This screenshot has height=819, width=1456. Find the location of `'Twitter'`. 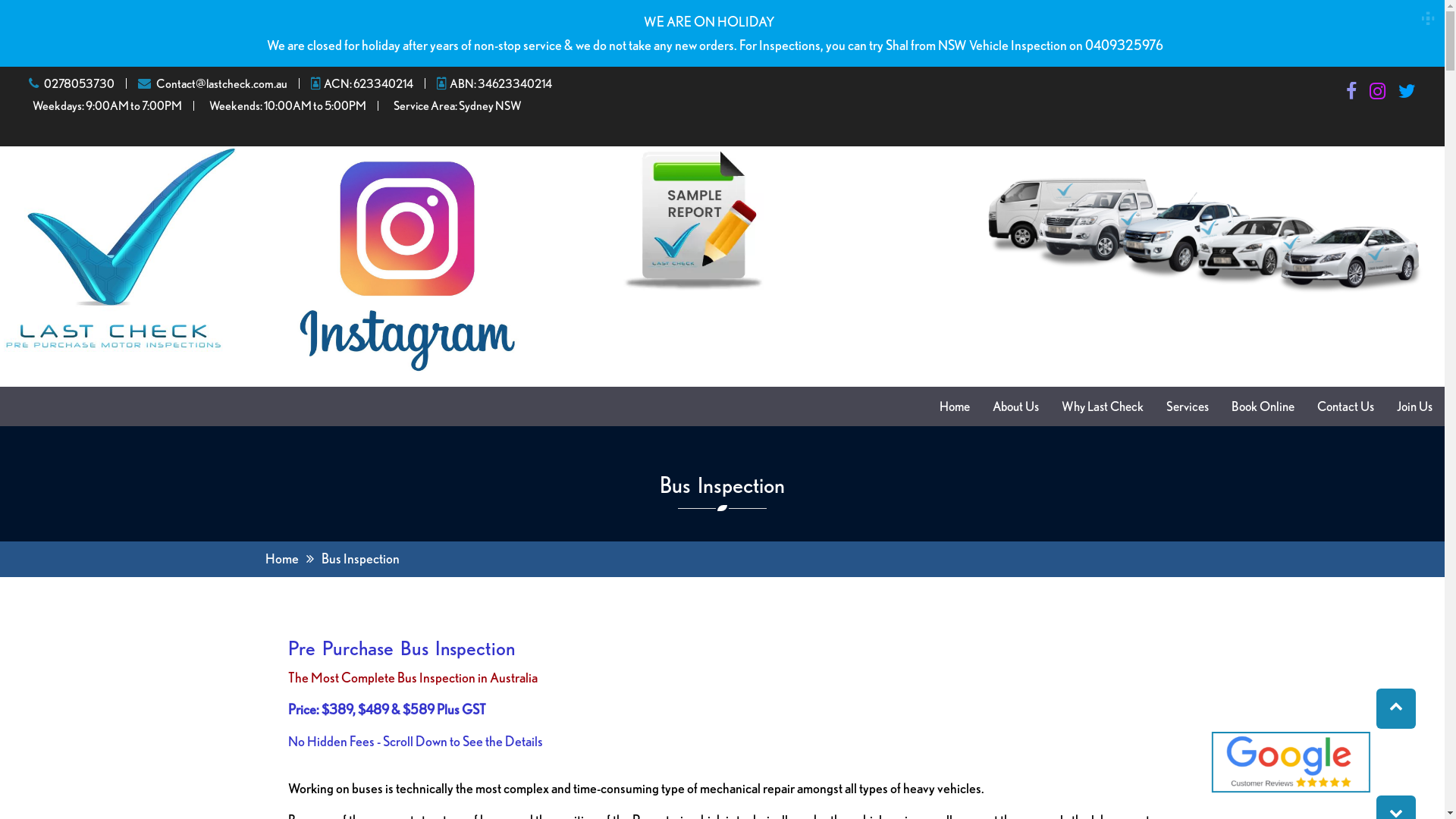

'Twitter' is located at coordinates (1406, 93).